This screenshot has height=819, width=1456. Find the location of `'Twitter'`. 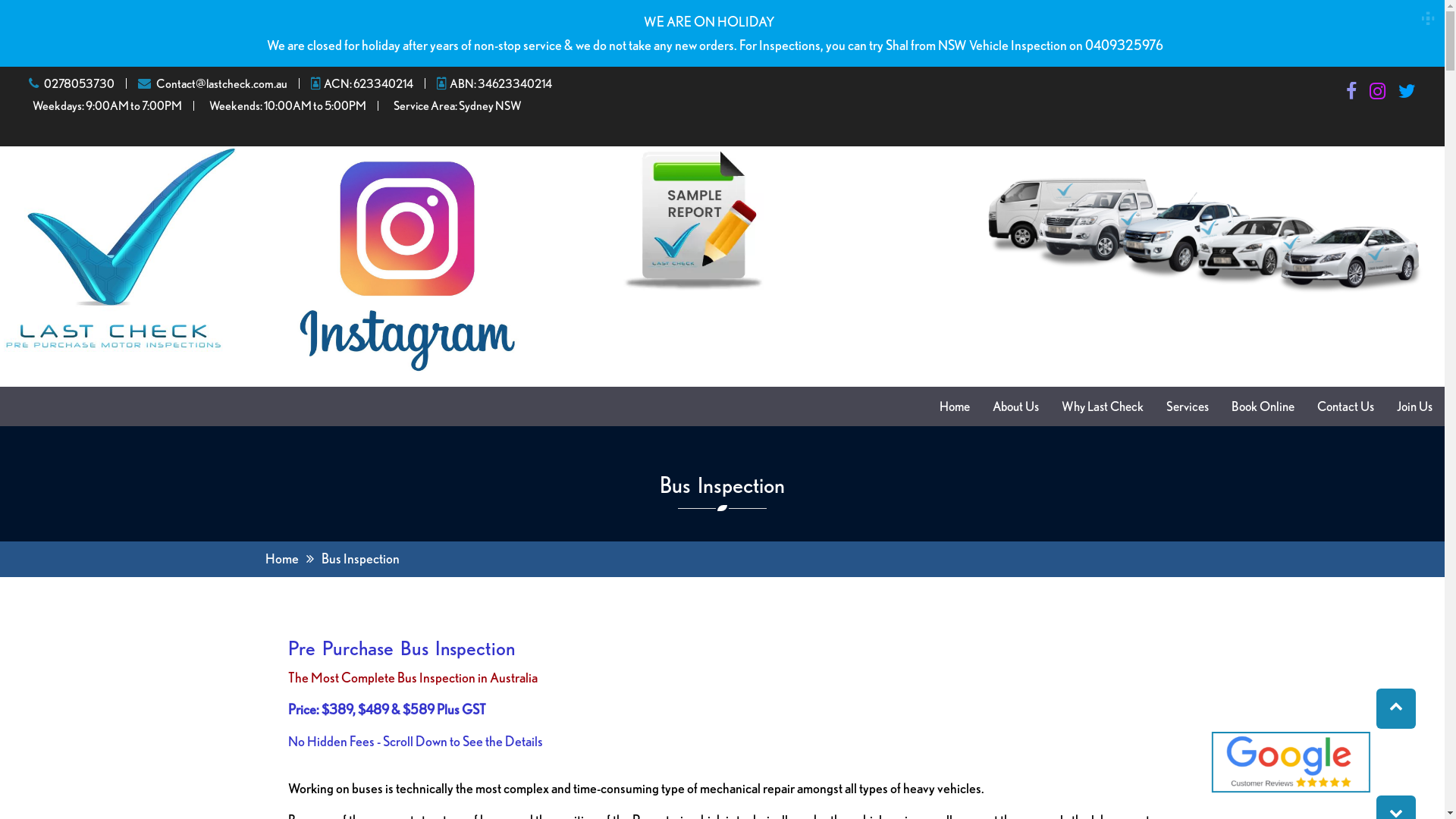

'Twitter' is located at coordinates (1406, 93).